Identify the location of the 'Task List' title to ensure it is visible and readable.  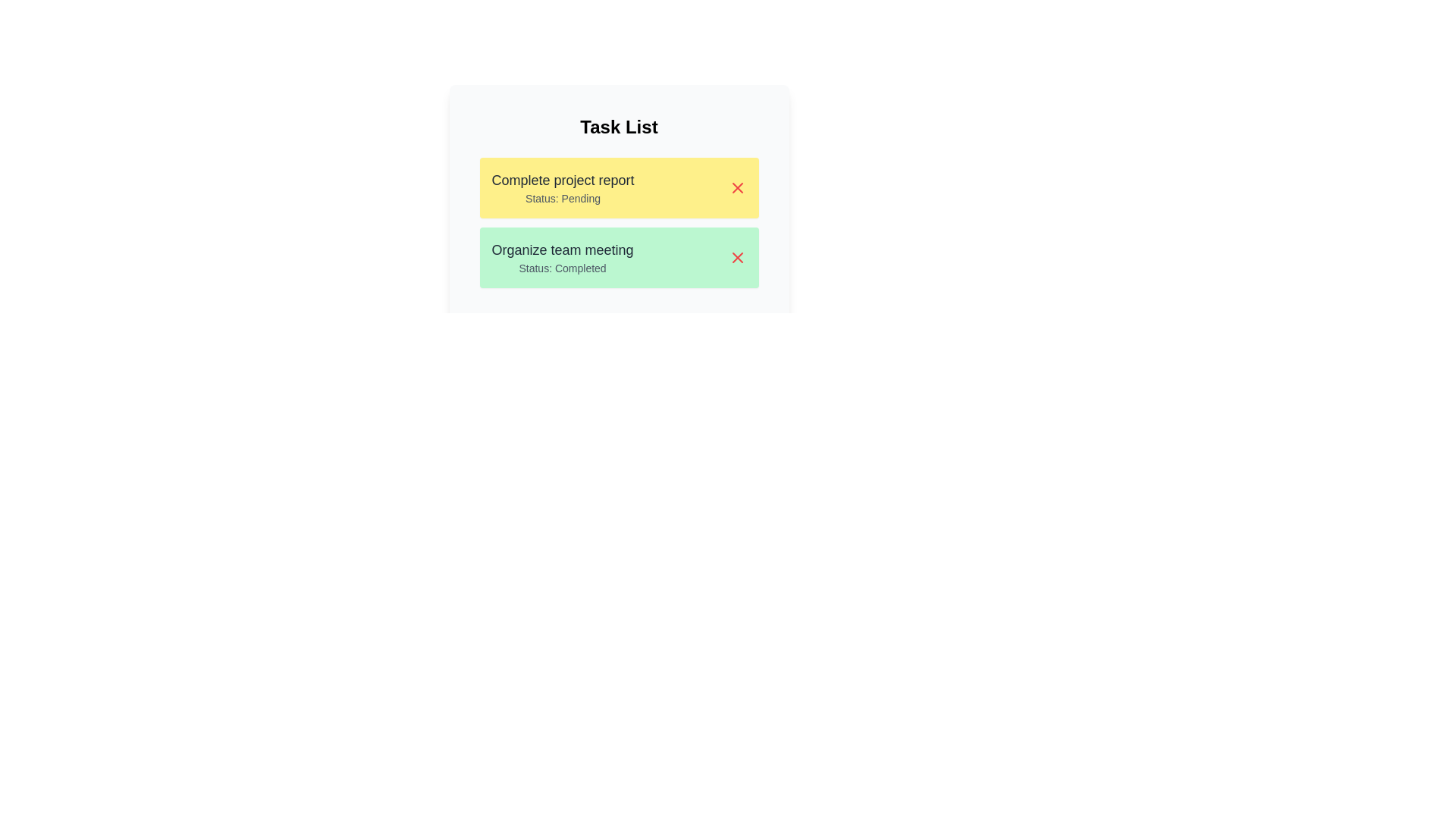
(619, 127).